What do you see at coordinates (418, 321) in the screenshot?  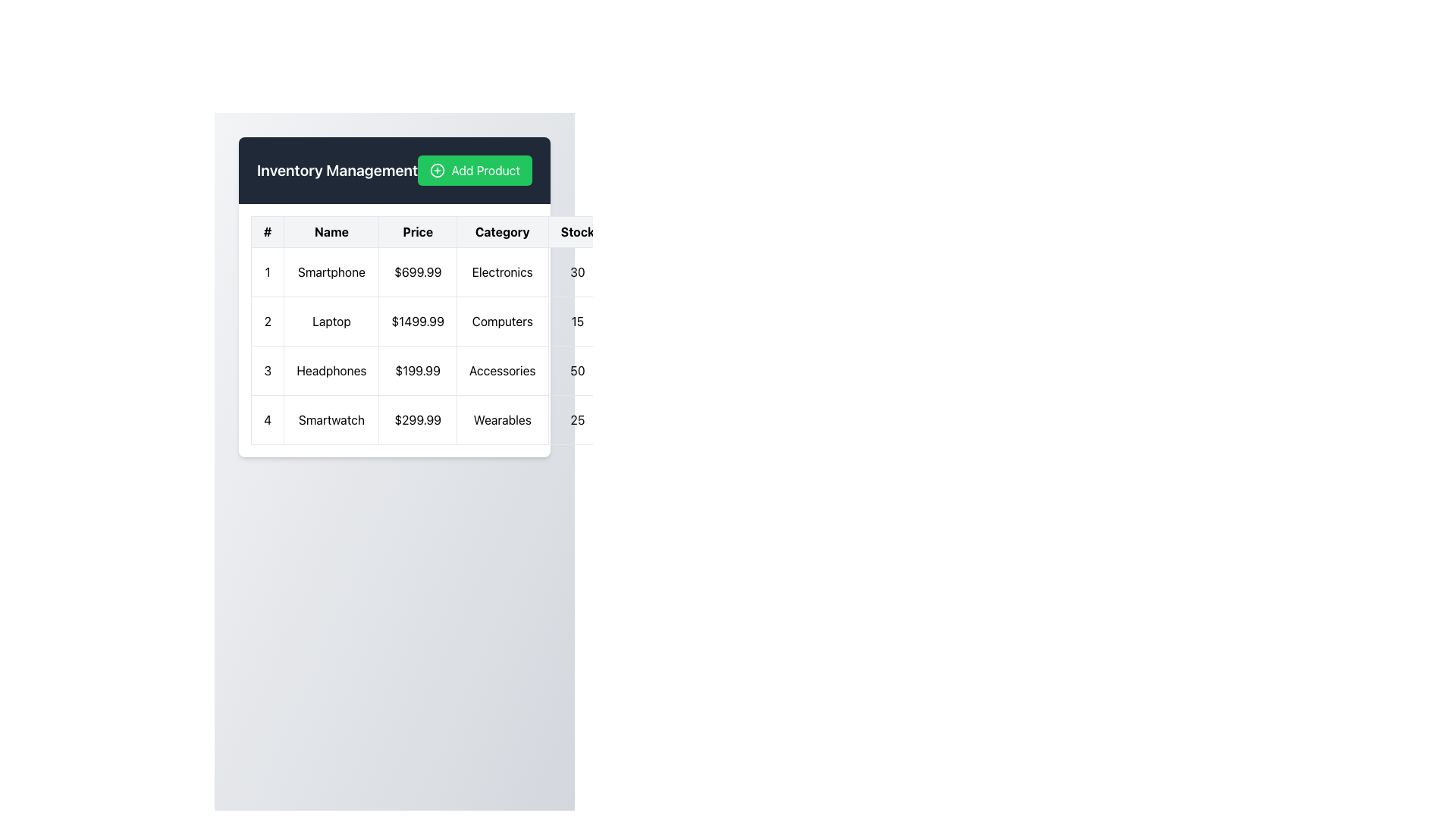 I see `the static text element displaying the product price located in the third column of the second row of the table, under the 'Price' label and adjacent to the 'Laptop' name cell` at bounding box center [418, 321].